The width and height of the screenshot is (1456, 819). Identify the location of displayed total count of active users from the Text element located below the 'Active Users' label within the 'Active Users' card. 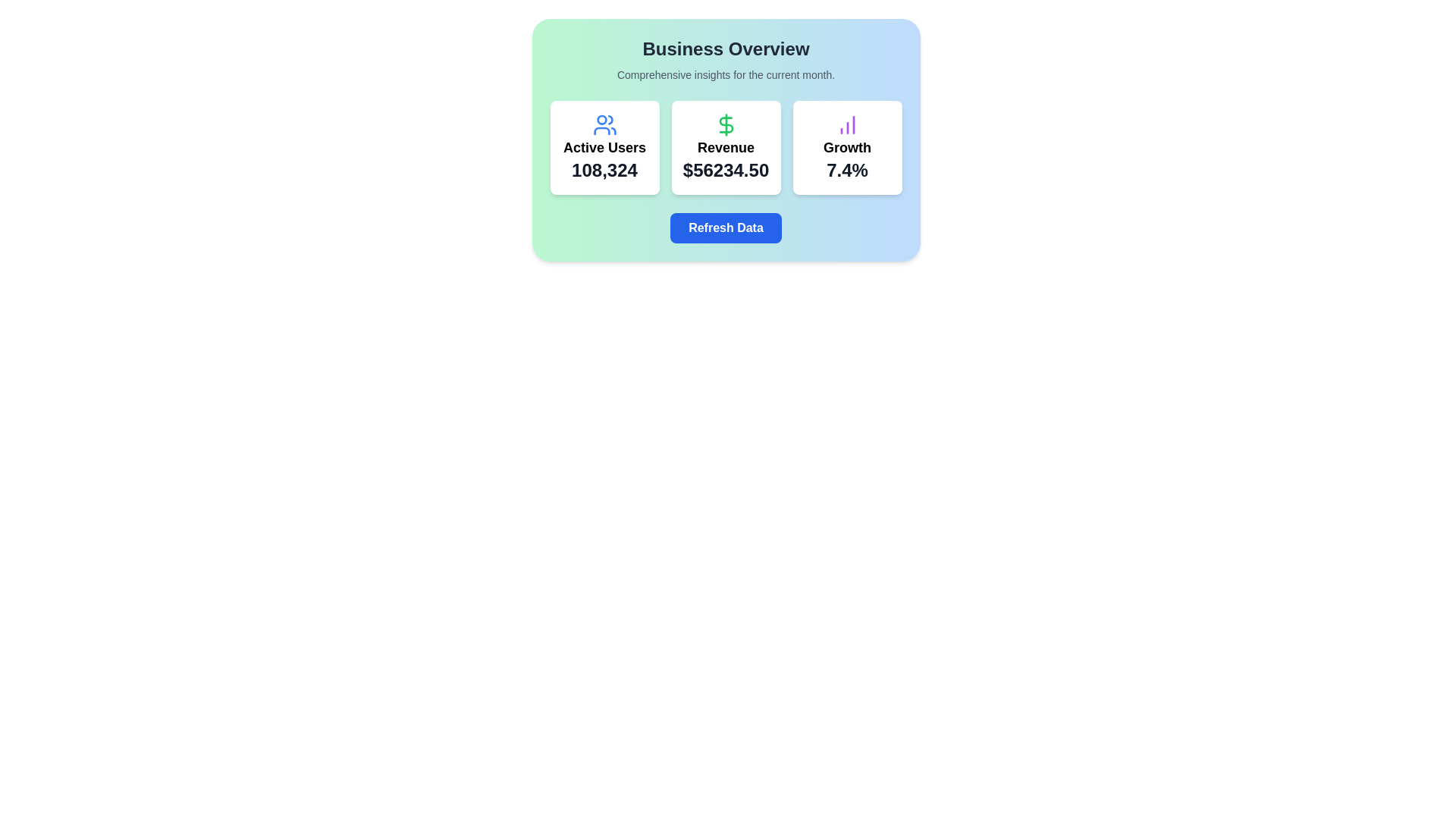
(604, 170).